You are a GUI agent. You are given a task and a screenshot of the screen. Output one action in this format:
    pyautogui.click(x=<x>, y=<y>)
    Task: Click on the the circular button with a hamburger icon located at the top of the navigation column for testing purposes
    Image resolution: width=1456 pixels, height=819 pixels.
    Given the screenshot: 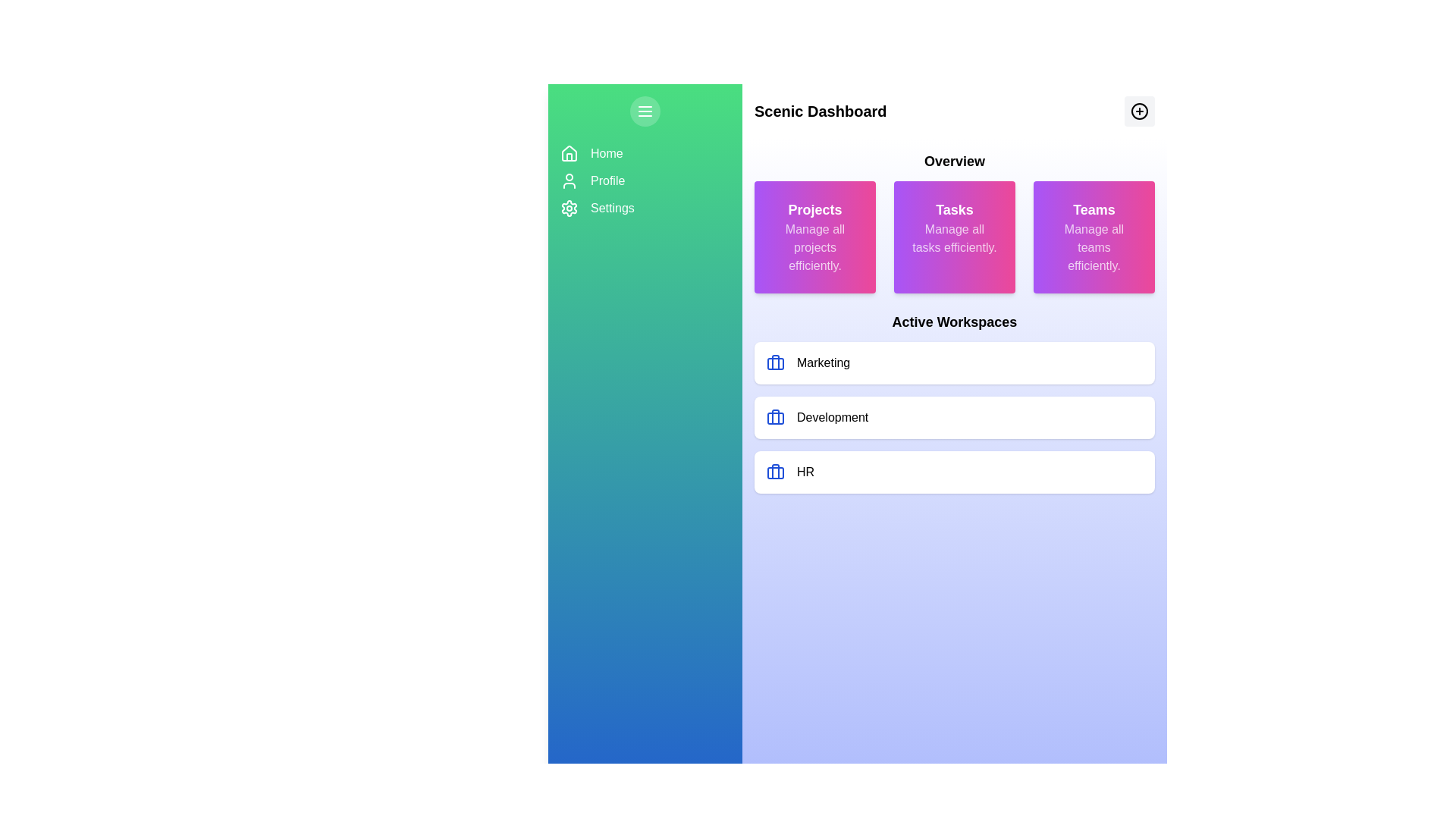 What is the action you would take?
    pyautogui.click(x=645, y=110)
    